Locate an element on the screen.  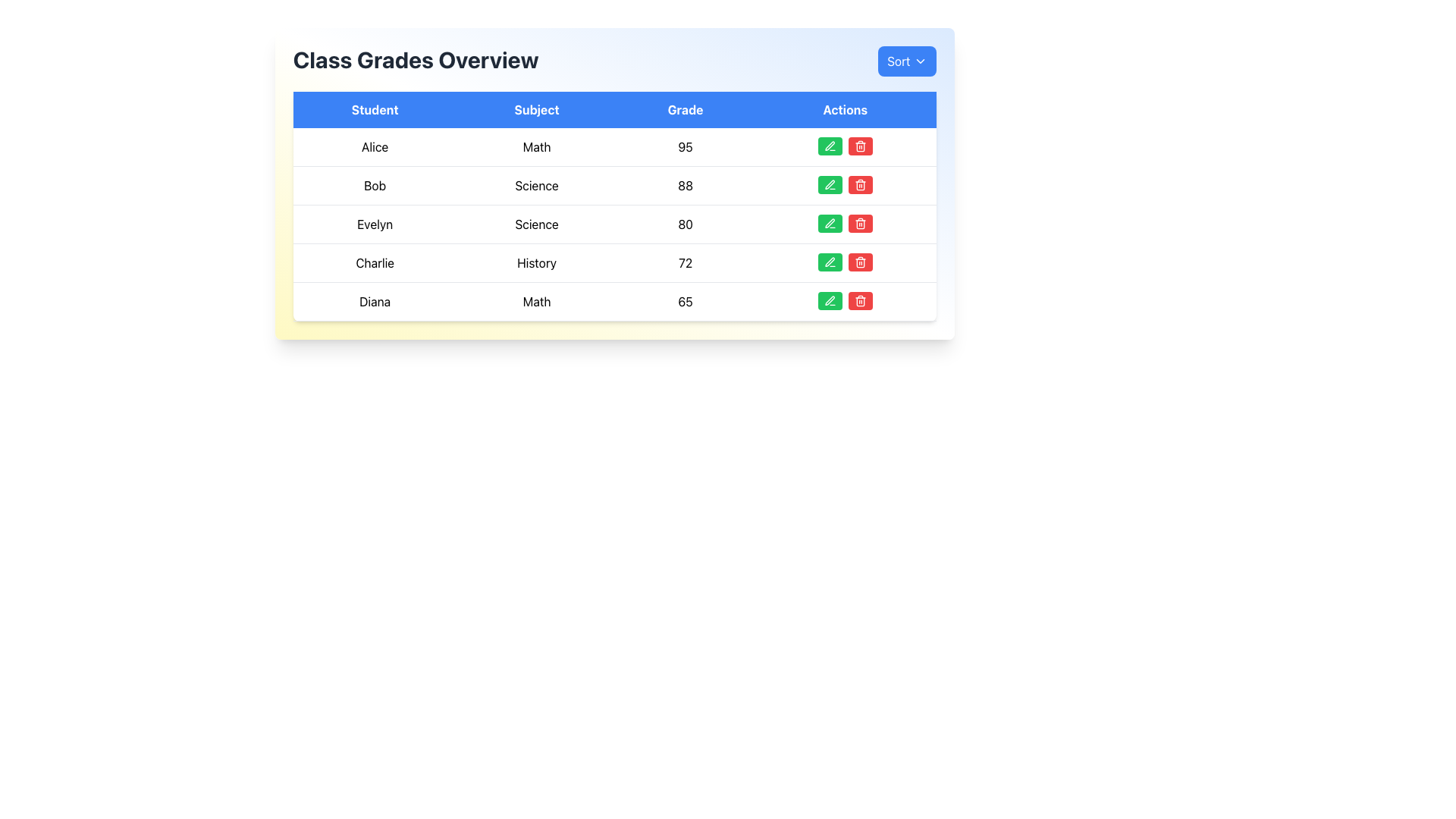
the 'Actions' header in the table, which is the last header in a row with blue background and white text is located at coordinates (844, 109).